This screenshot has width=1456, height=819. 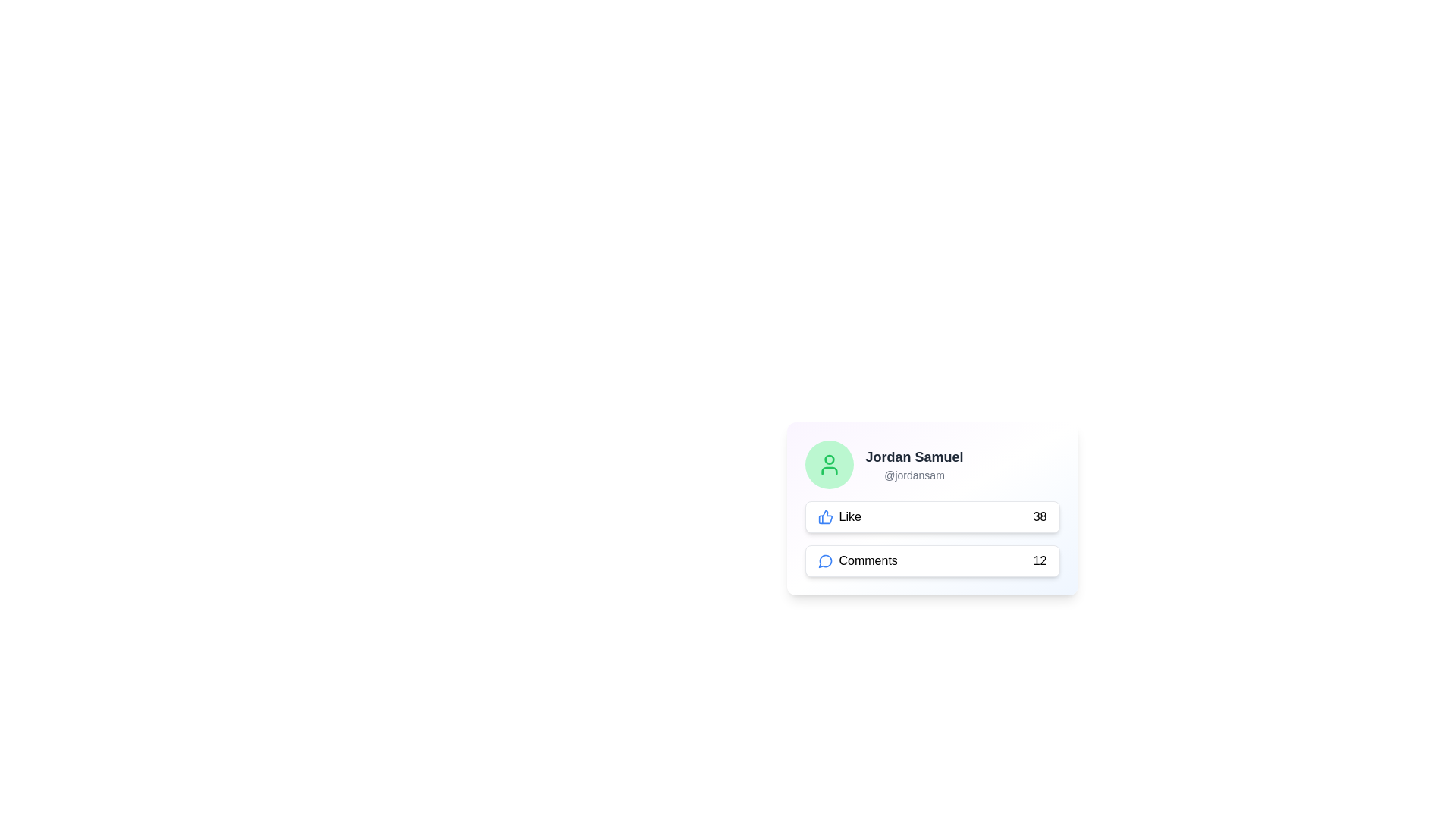 I want to click on the Profile Header which features a rounded green icon and text displaying 'Jordan Samuel' and '@jordansam', so click(x=931, y=464).